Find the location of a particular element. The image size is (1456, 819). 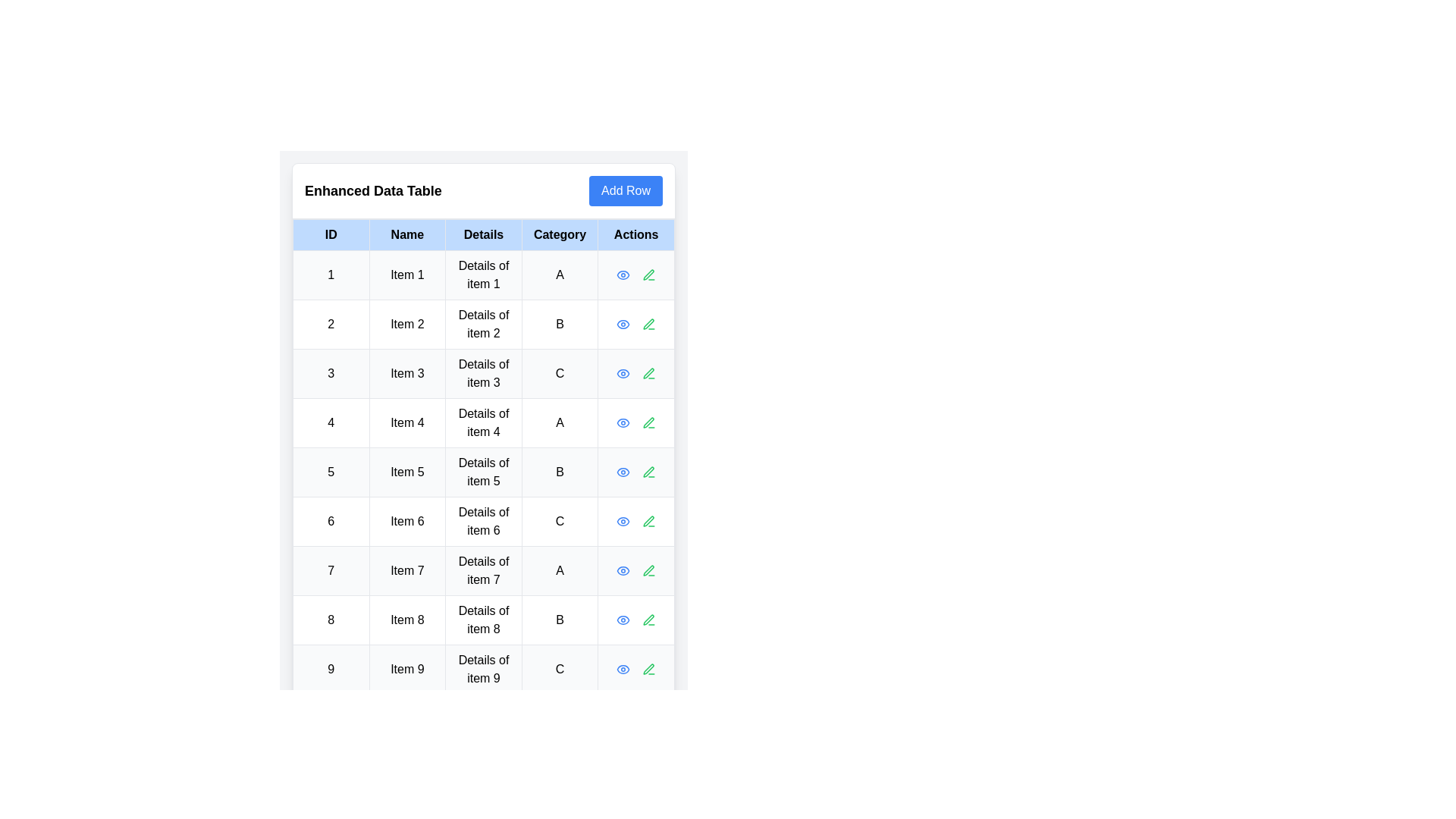

the ID cell in the first column of the fourth row of the data table to focus on the corresponding row is located at coordinates (330, 423).